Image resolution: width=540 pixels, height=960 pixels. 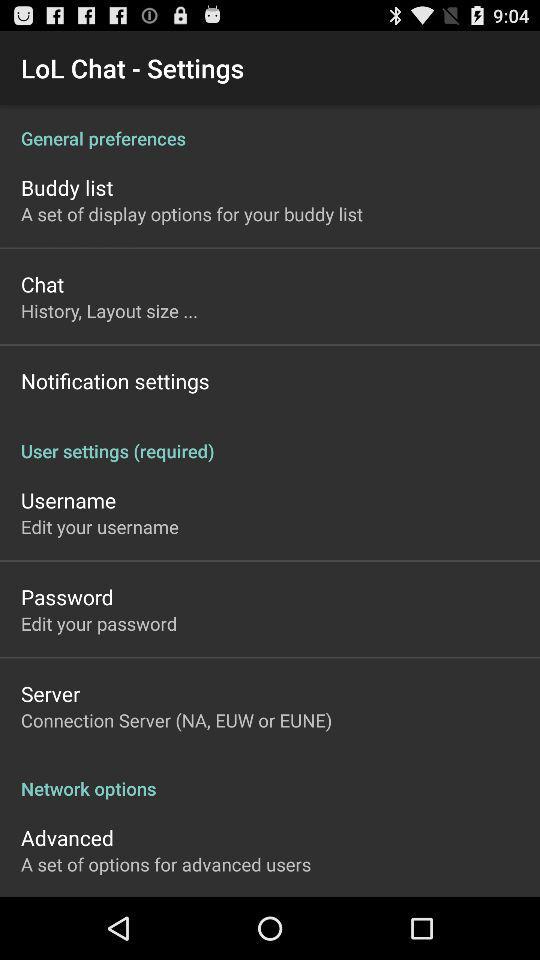 I want to click on app above buddy list app, so click(x=270, y=126).